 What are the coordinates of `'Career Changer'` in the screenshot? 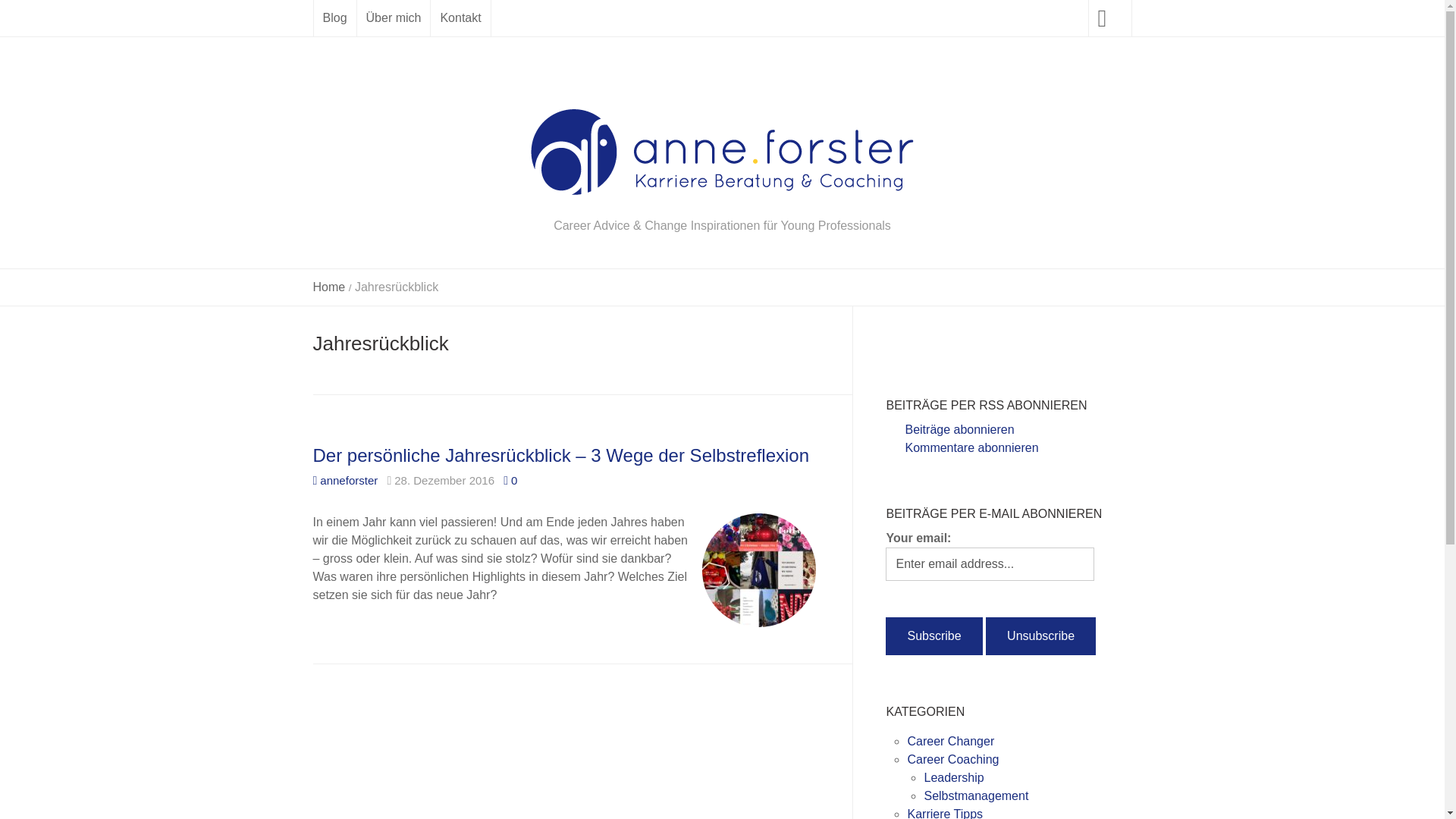 It's located at (906, 740).